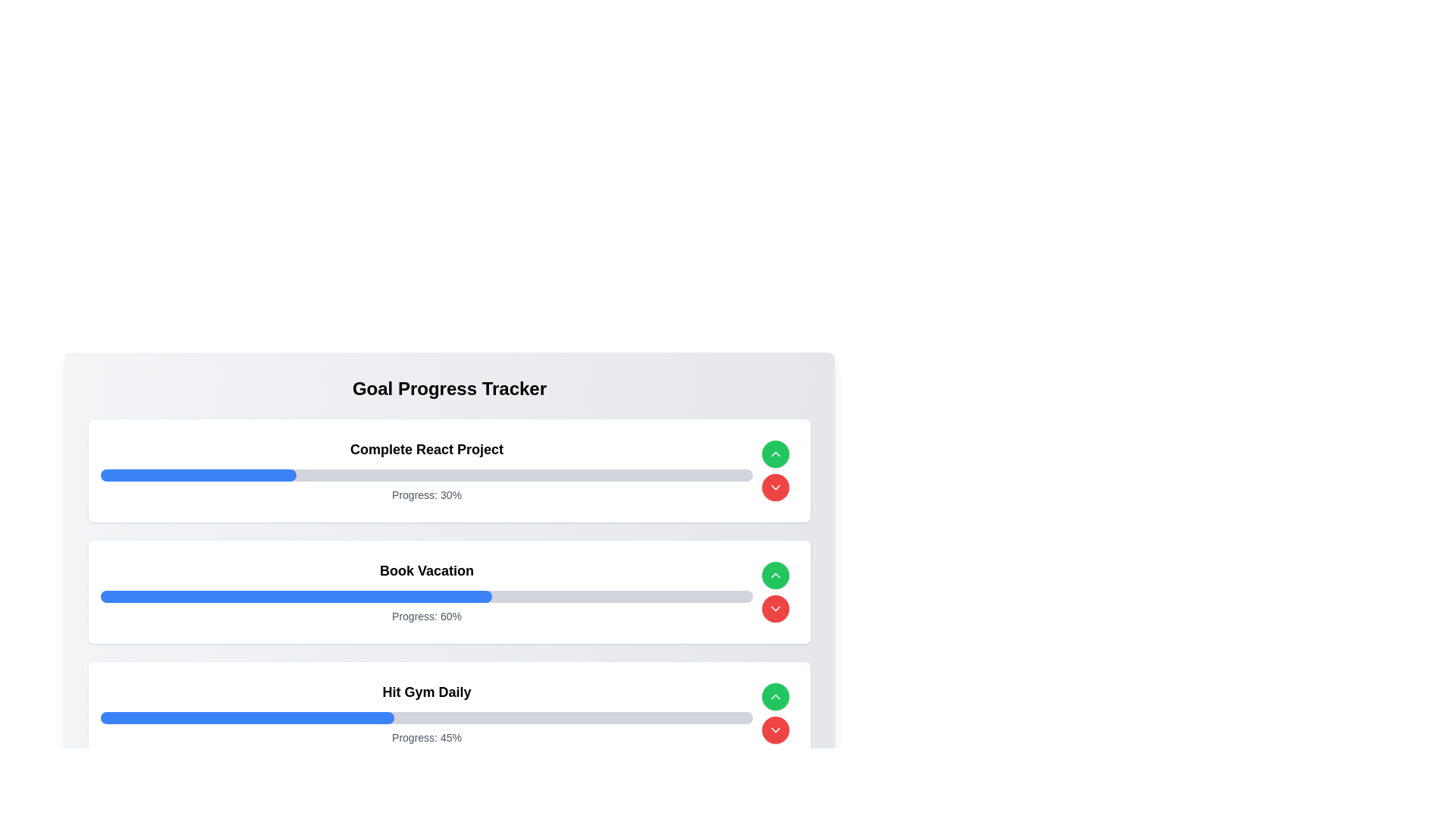 This screenshot has width=1456, height=819. Describe the element at coordinates (198, 475) in the screenshot. I see `the blue progress indicator located within the first progress bar widget, which is positioned below the 'Complete React Project' title and above the 'Progress: 30%' label` at that location.